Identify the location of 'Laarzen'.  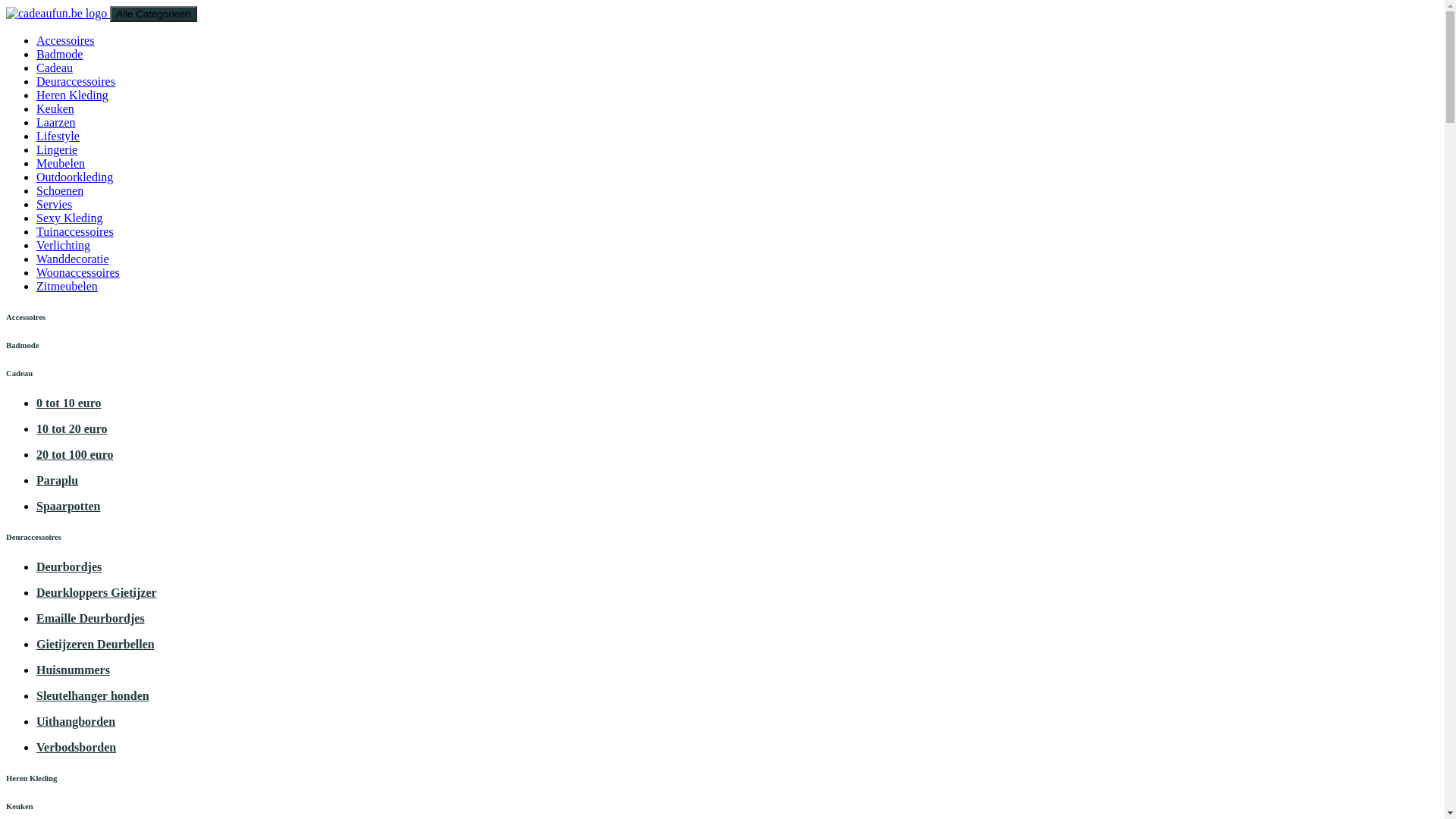
(55, 121).